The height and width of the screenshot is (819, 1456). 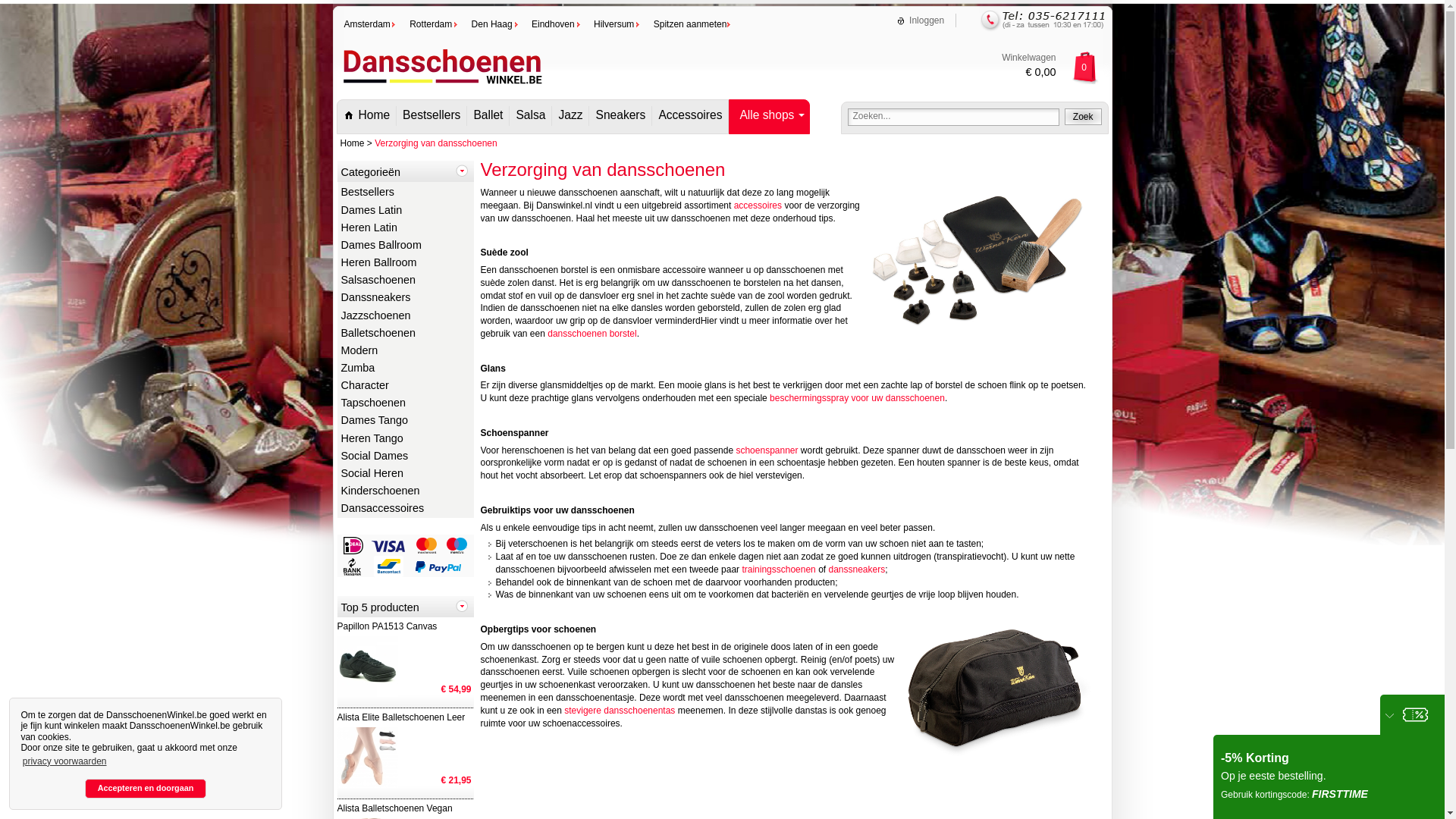 I want to click on 'Home', so click(x=352, y=143).